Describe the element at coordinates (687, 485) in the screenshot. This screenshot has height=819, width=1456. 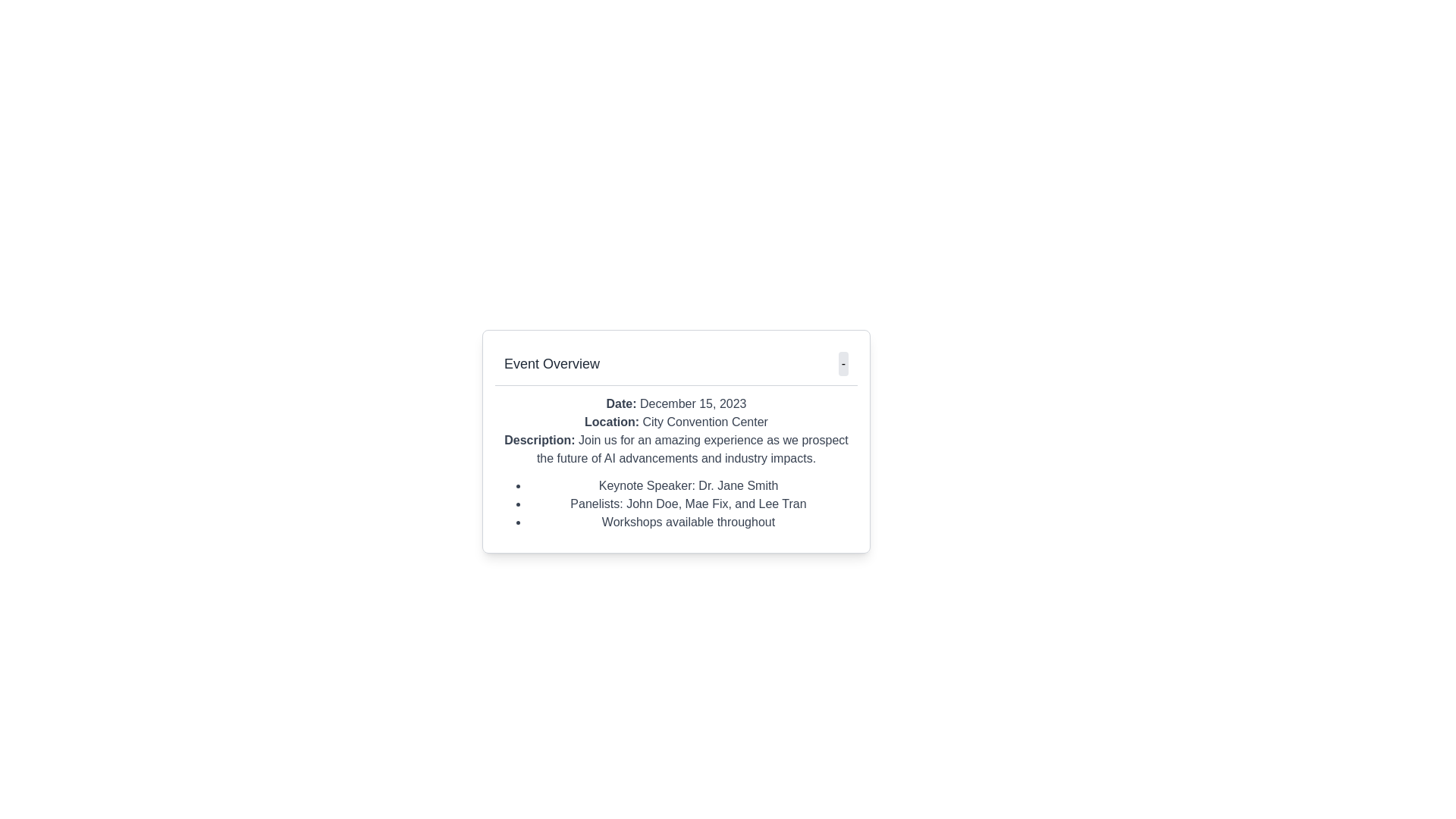
I see `text content about the keynote speaker, Dr. Jane Smith, which is the first item in a bulleted list below 'Event Overview'` at that location.